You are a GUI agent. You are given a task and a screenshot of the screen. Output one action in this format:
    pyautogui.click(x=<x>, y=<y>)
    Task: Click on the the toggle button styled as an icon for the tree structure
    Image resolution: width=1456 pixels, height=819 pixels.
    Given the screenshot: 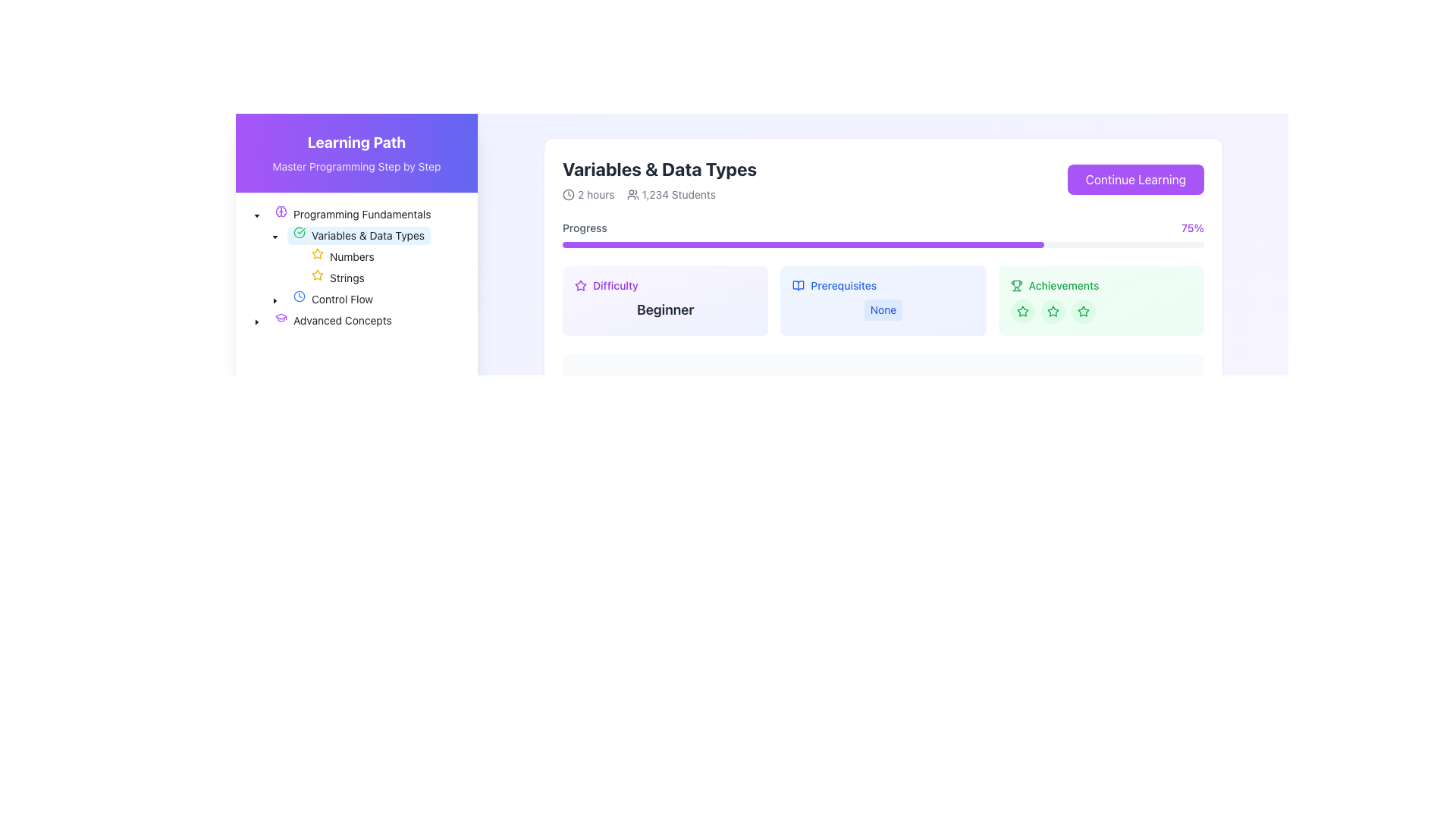 What is the action you would take?
    pyautogui.click(x=257, y=214)
    